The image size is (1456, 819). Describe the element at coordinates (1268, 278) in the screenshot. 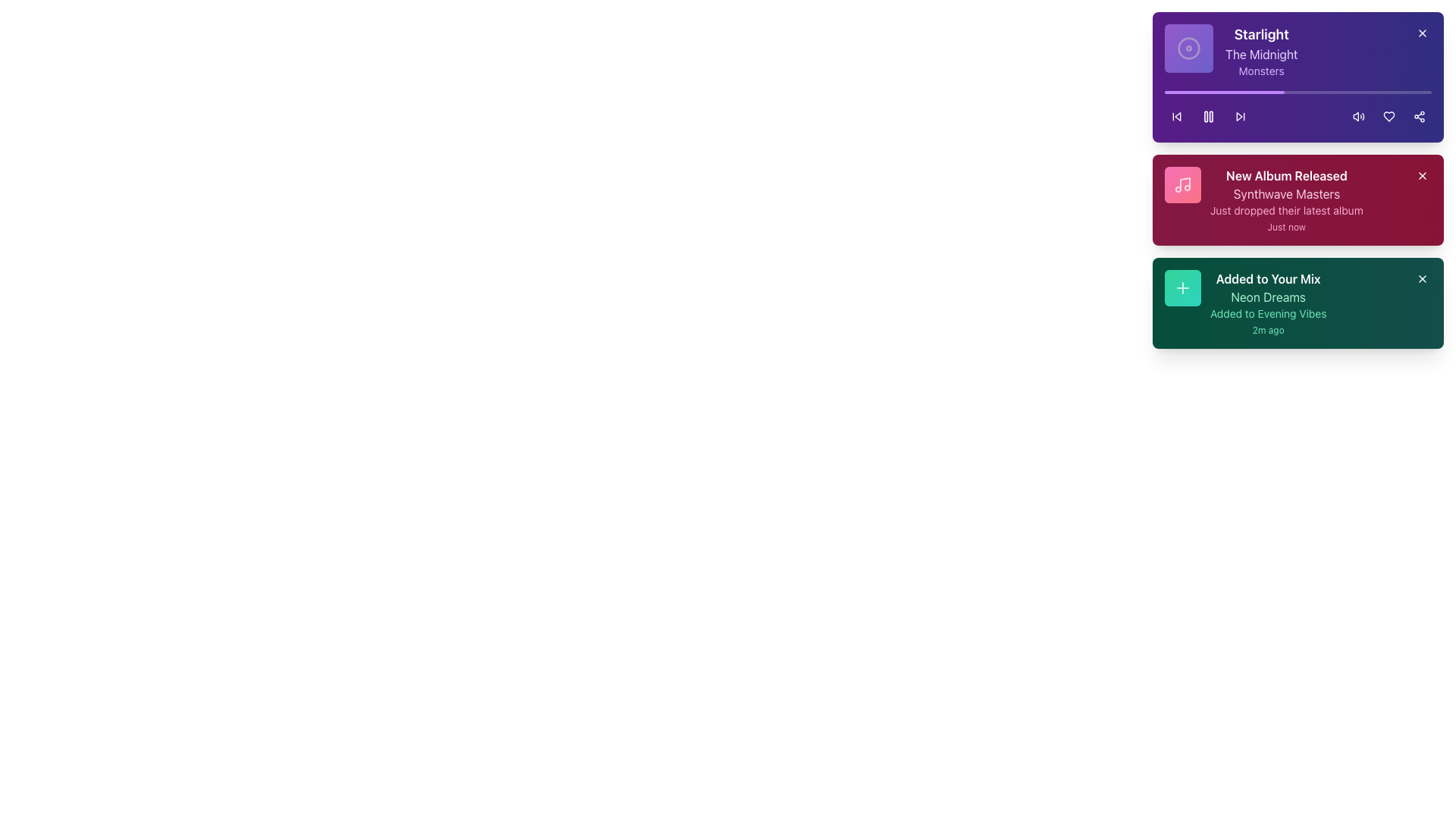

I see `the static text label displaying 'Added to Your Mix', which is styled in bold white font on a dark green background, located at the bottom of the notification-like cards on the right side of the interface` at that location.